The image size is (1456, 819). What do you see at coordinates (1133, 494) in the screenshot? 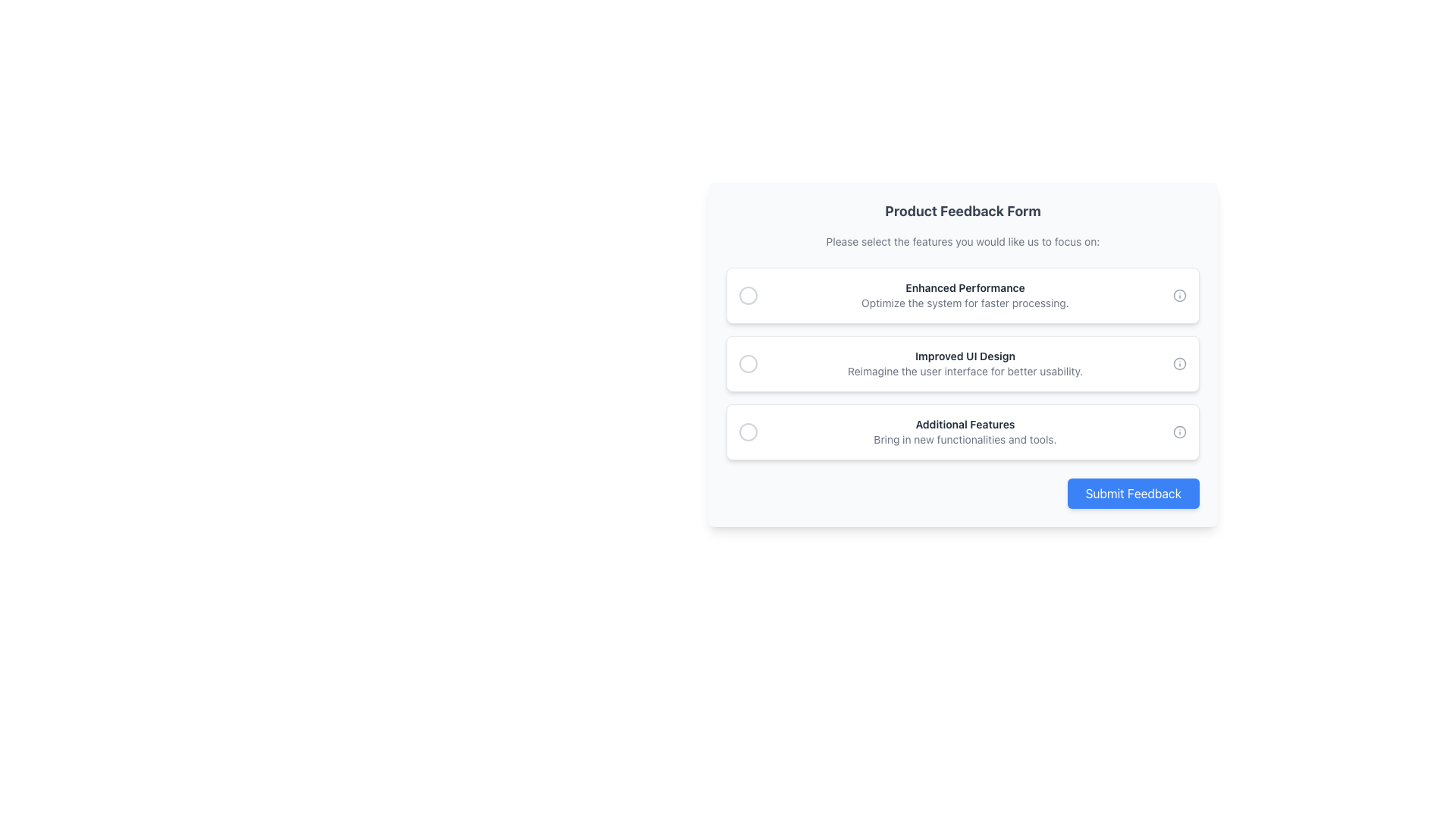
I see `the rectangular blue button labeled 'Submit Feedback' located at the bottom right of the feedback form` at bounding box center [1133, 494].